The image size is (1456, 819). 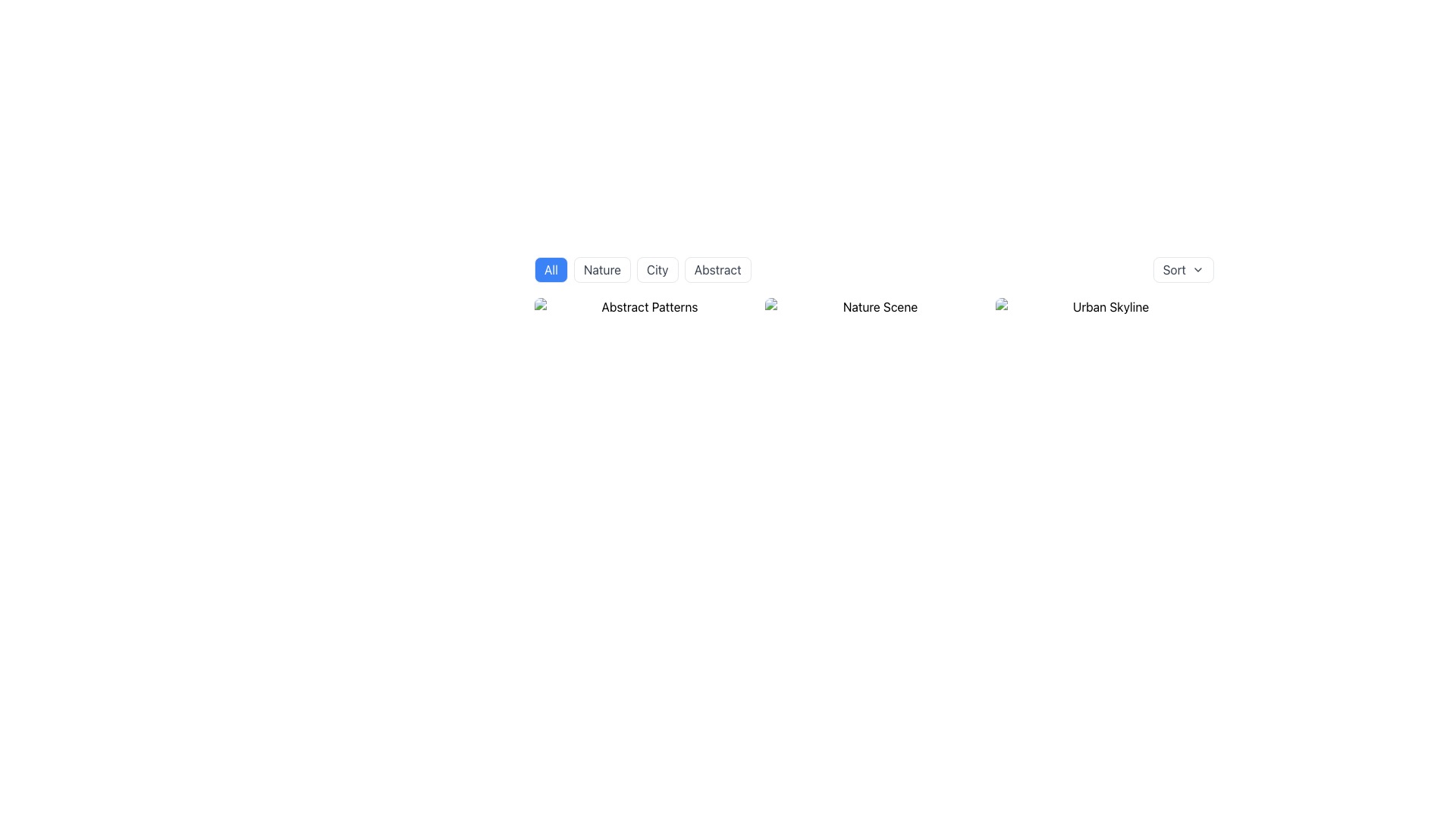 What do you see at coordinates (874, 268) in the screenshot?
I see `the 'Sort' button in the navigation and sorting control` at bounding box center [874, 268].